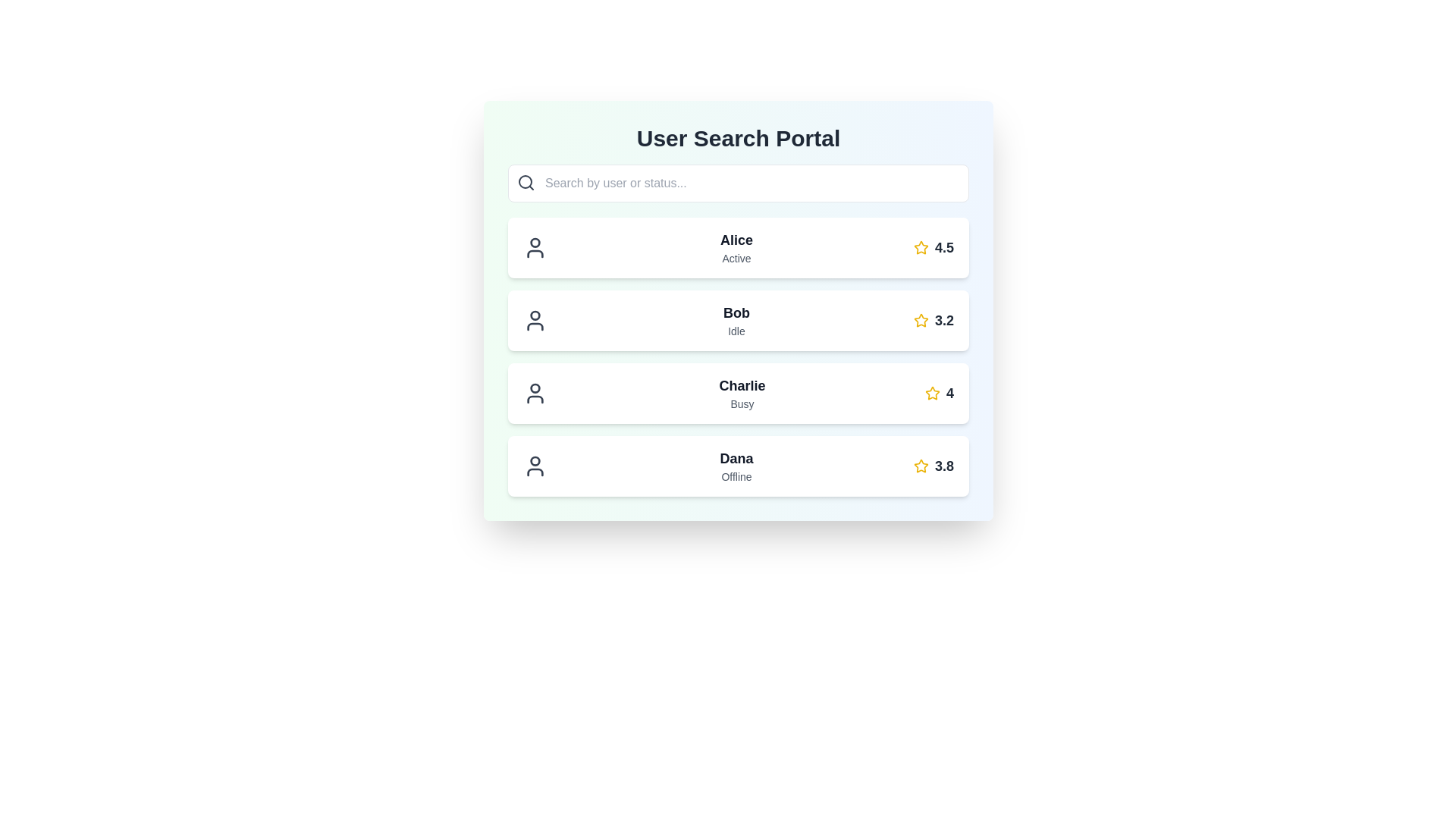 The height and width of the screenshot is (819, 1456). What do you see at coordinates (931, 392) in the screenshot?
I see `the golden star-shaped icon with a red border located` at bounding box center [931, 392].